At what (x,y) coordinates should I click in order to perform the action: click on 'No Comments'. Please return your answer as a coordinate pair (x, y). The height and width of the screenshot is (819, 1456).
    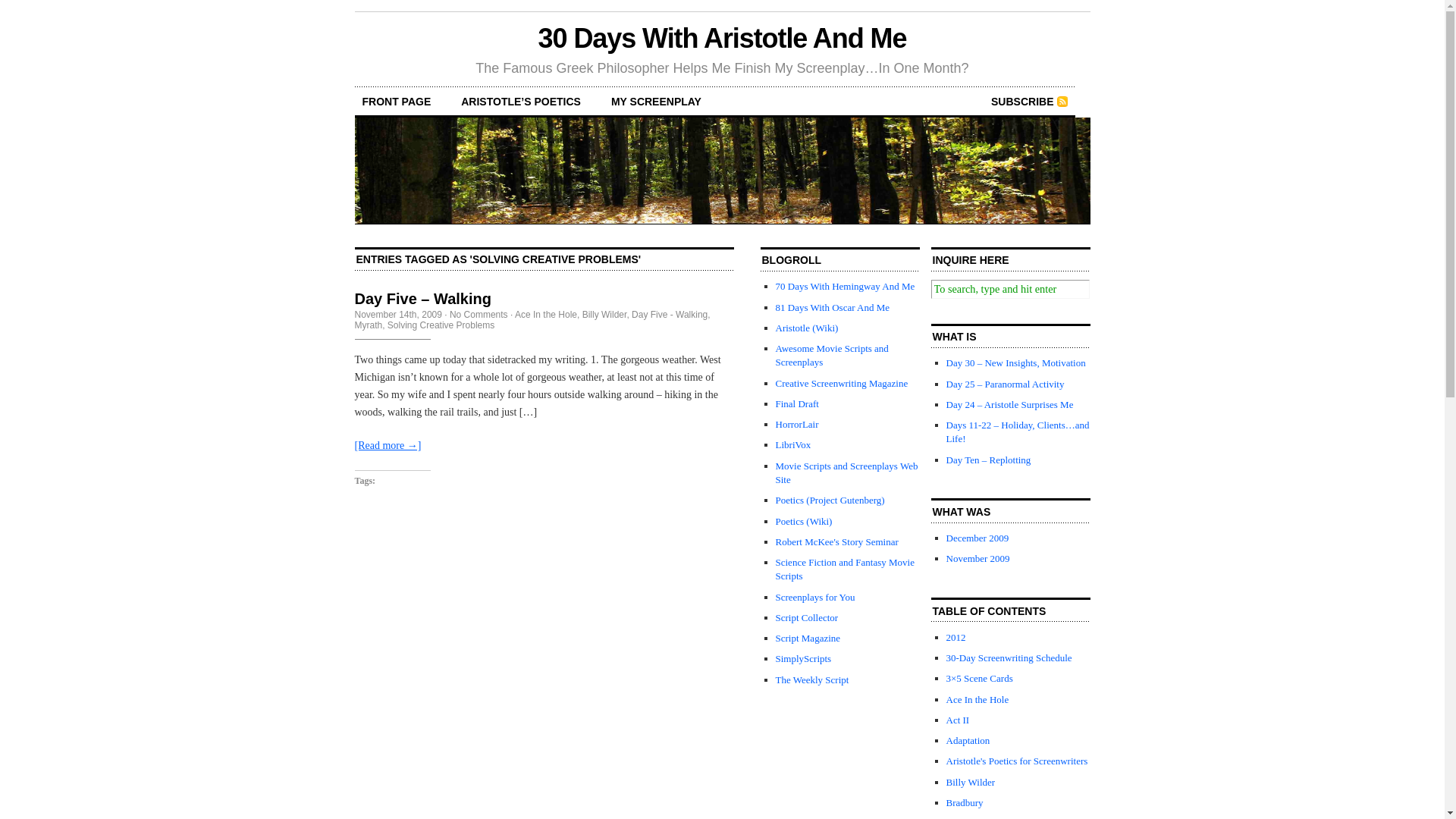
    Looking at the image, I should click on (478, 314).